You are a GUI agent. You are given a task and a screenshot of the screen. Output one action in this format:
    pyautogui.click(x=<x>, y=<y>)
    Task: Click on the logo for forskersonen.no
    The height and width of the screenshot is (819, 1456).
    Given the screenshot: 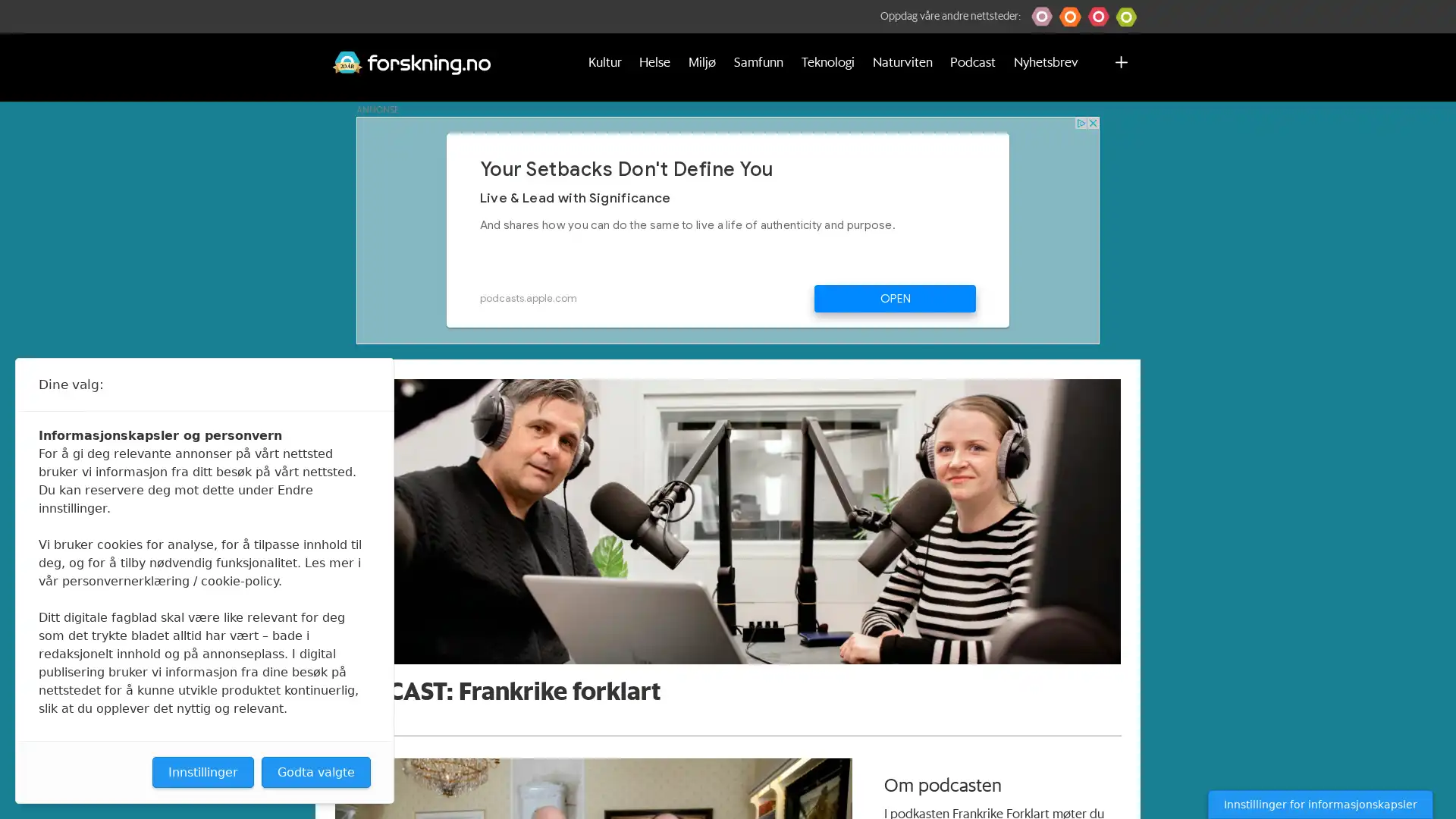 What is the action you would take?
    pyautogui.click(x=1041, y=17)
    